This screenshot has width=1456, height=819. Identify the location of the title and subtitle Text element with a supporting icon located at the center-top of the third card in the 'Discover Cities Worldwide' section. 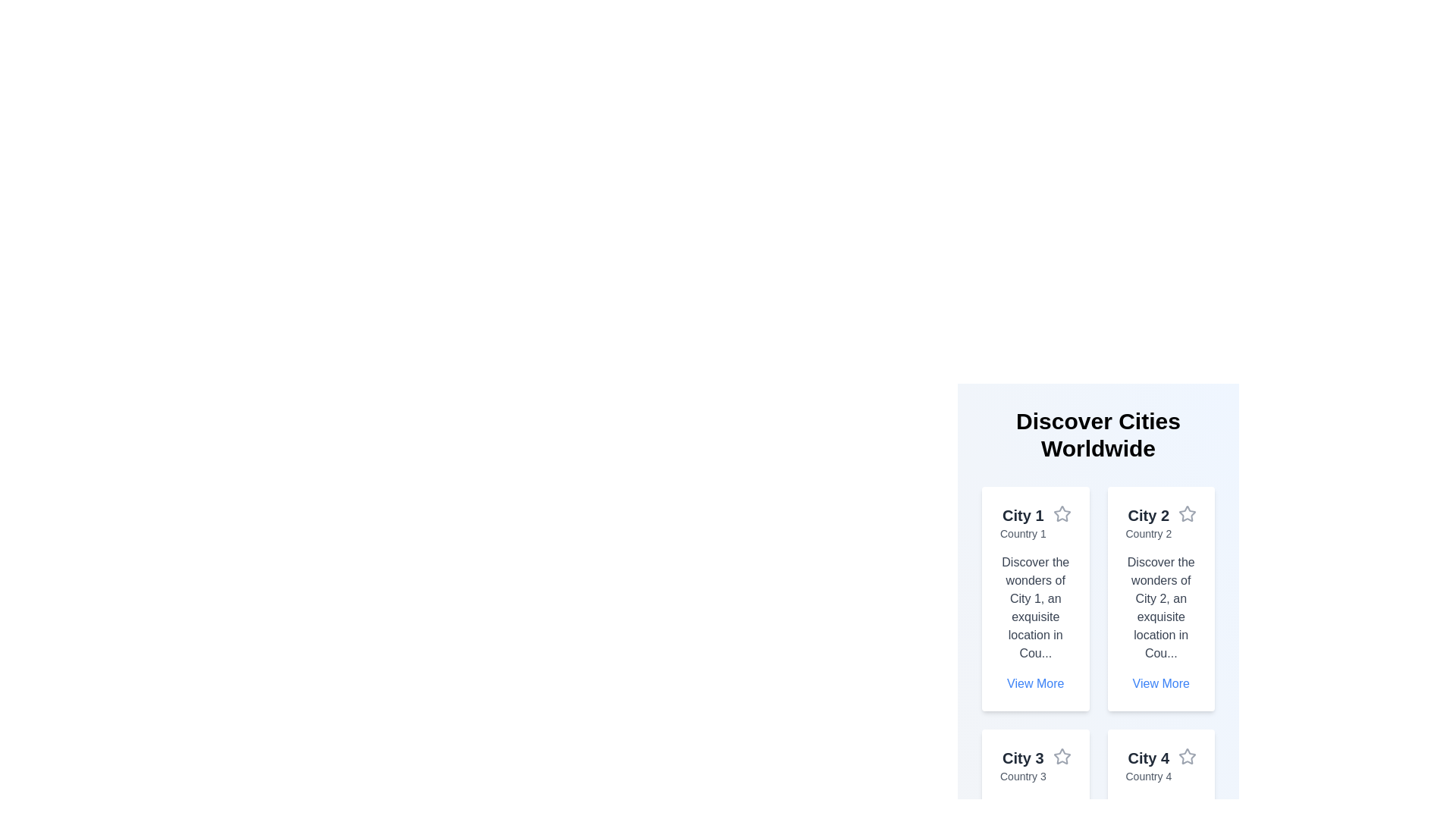
(1034, 766).